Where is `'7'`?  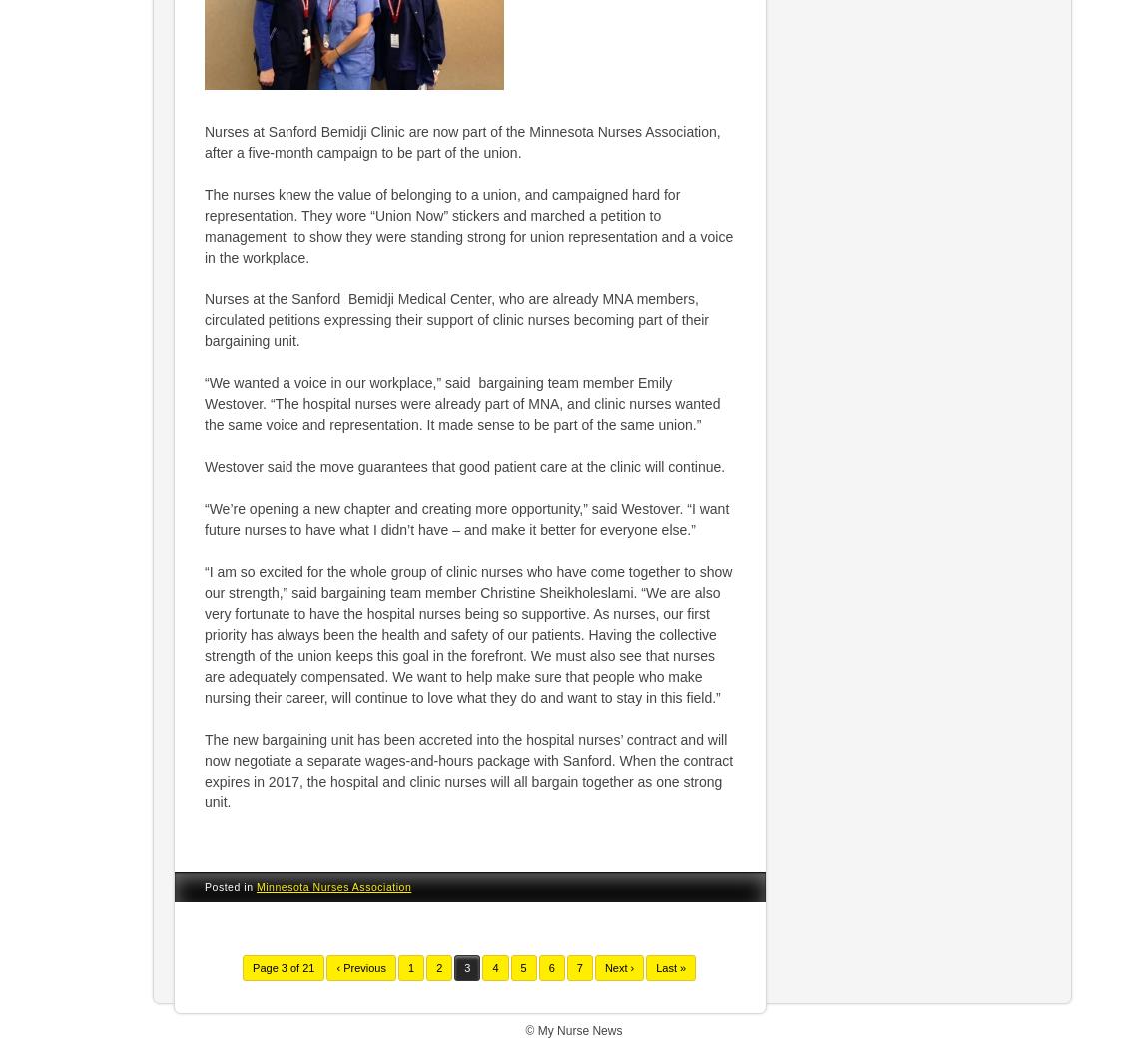 '7' is located at coordinates (574, 968).